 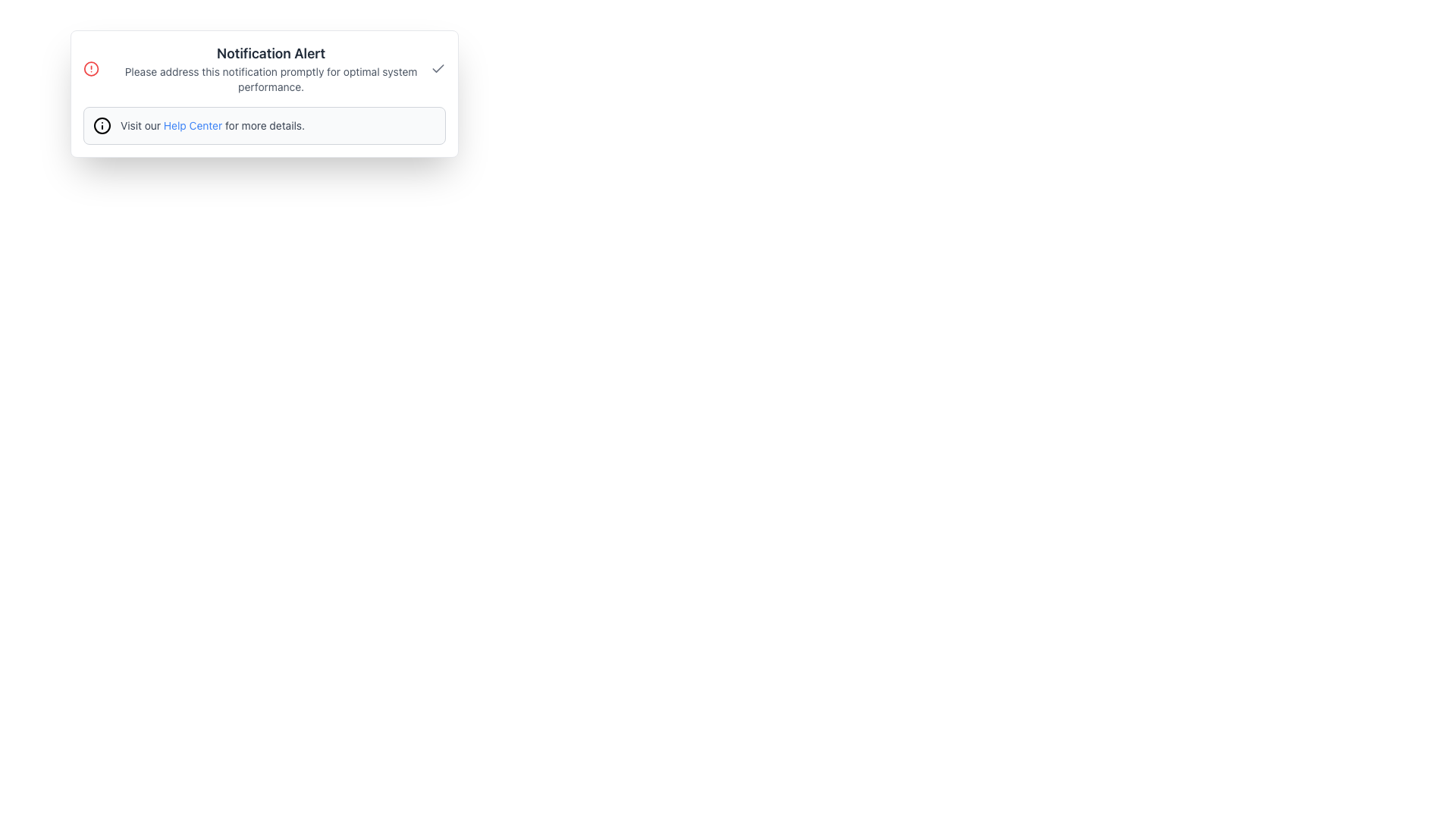 What do you see at coordinates (90, 69) in the screenshot?
I see `the warning icon located on the far left of the notification banner` at bounding box center [90, 69].